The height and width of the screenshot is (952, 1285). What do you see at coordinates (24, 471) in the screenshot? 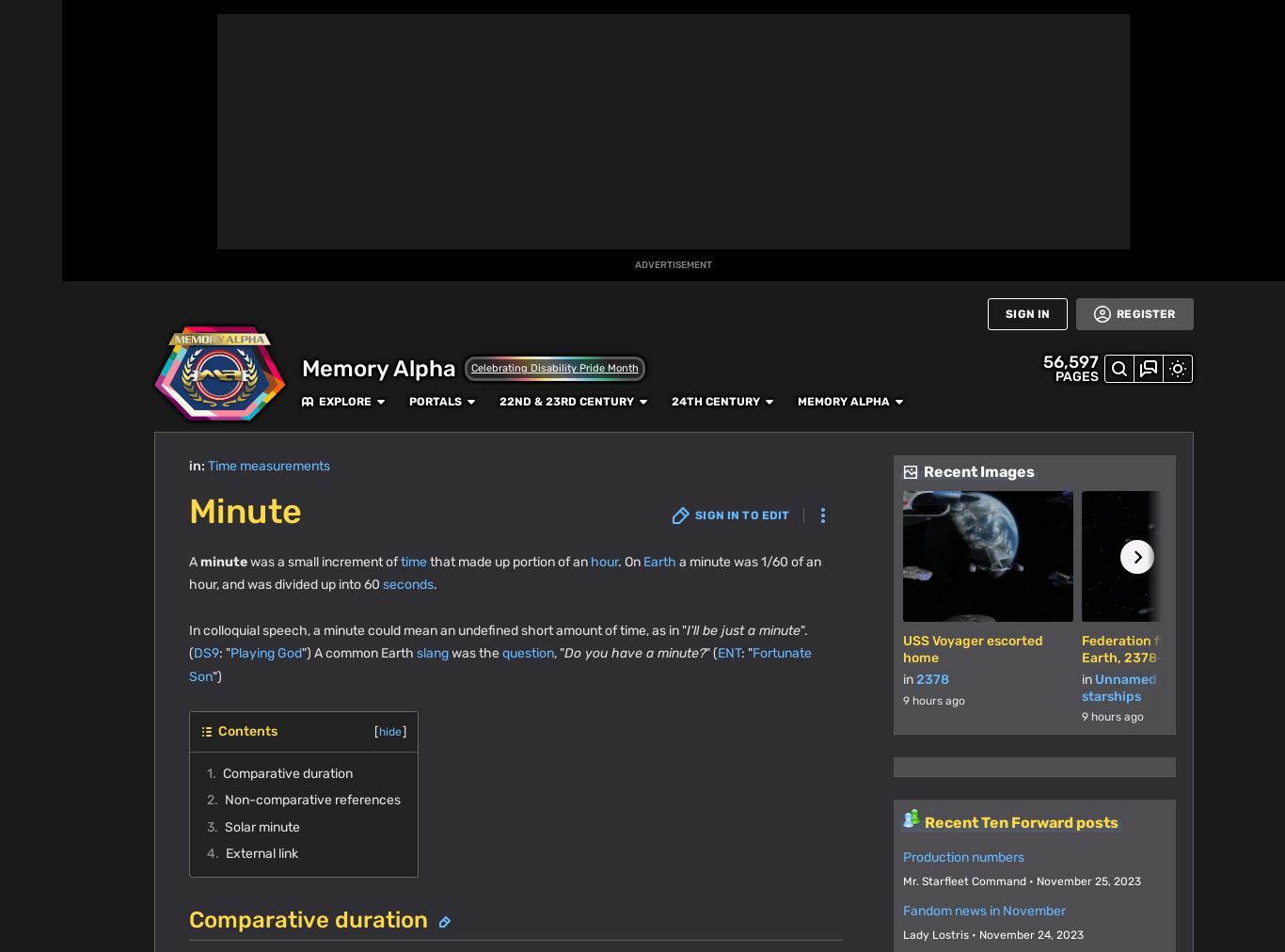
I see `'TV'` at bounding box center [24, 471].